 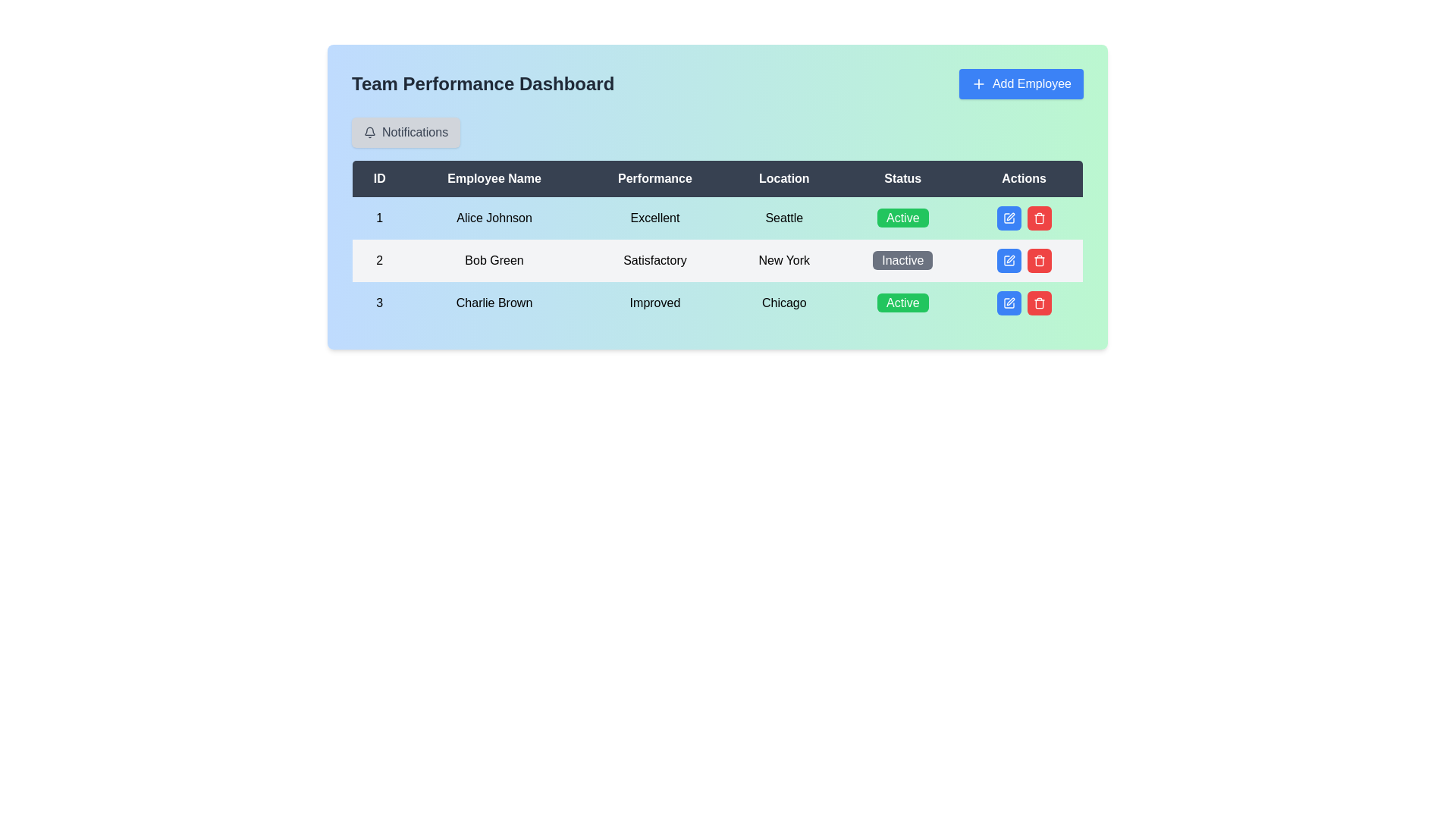 I want to click on the Text Label that serves as a header for the column listing location-related data for employees, located between 'Performance' and 'Status' in the header row of the table, so click(x=784, y=177).